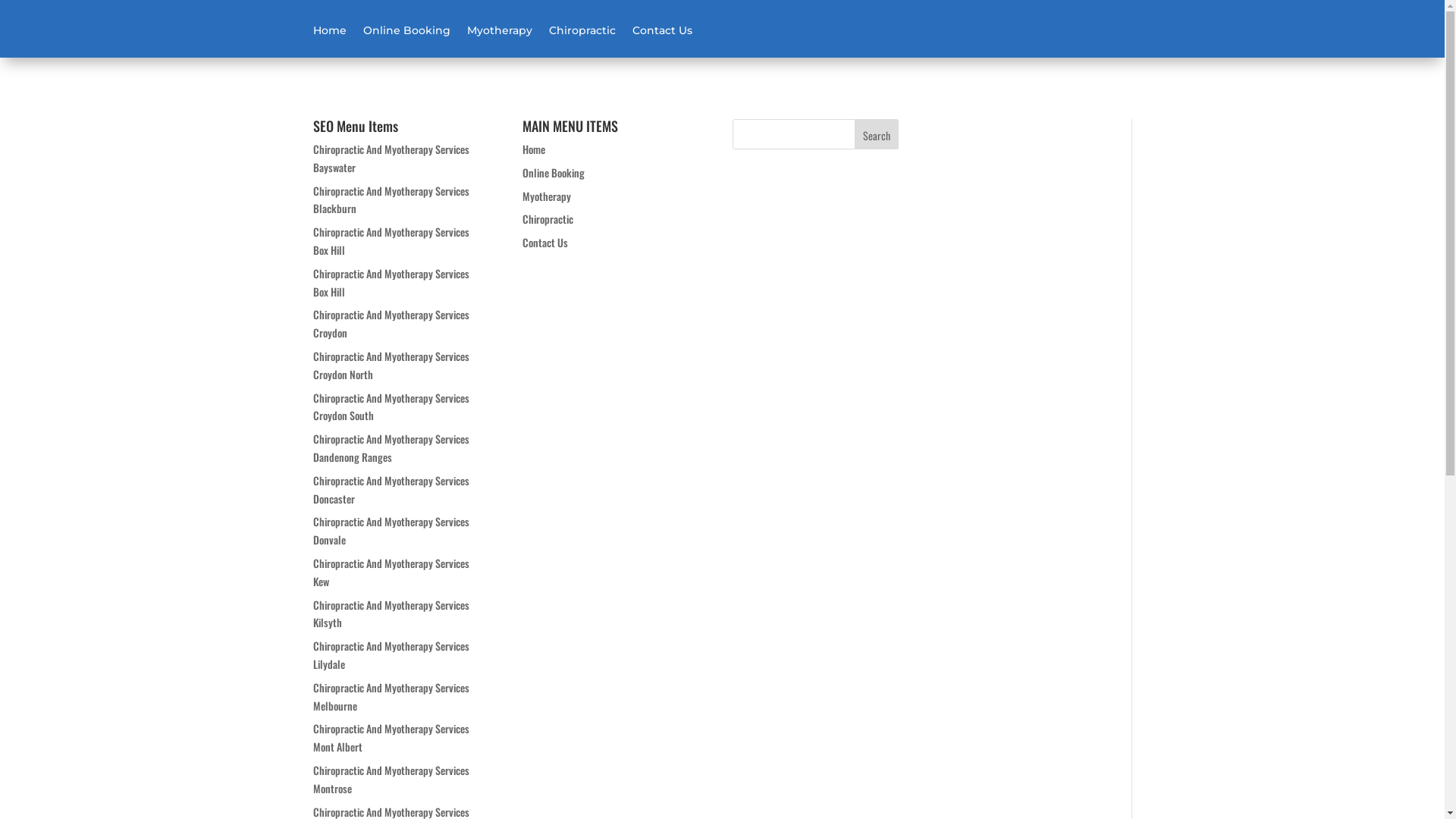  What do you see at coordinates (312, 365) in the screenshot?
I see `'Chiropractic And Myotherapy Services Croydon North'` at bounding box center [312, 365].